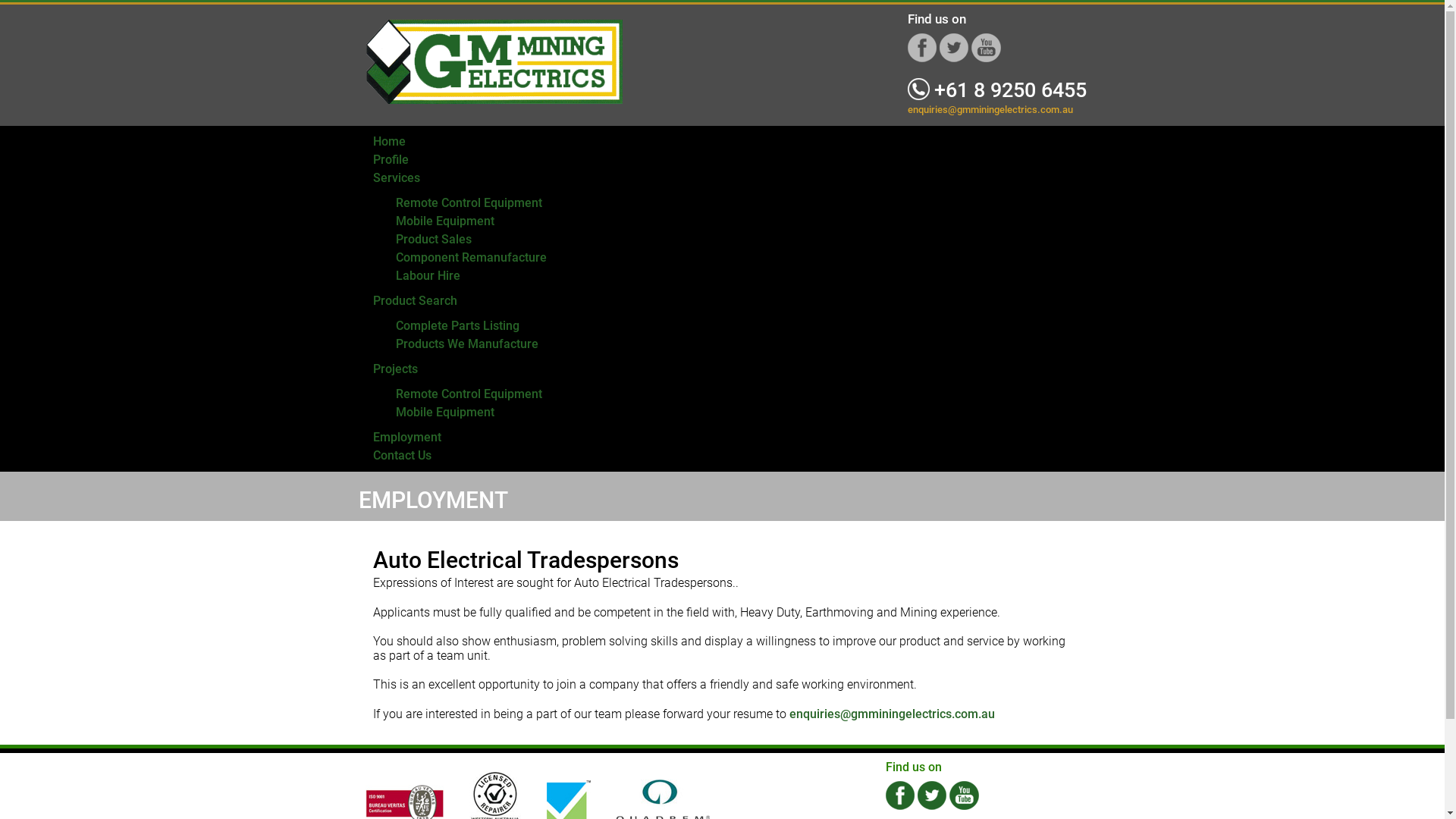 The width and height of the screenshot is (1456, 819). I want to click on 'Component Remanufacture', so click(470, 256).